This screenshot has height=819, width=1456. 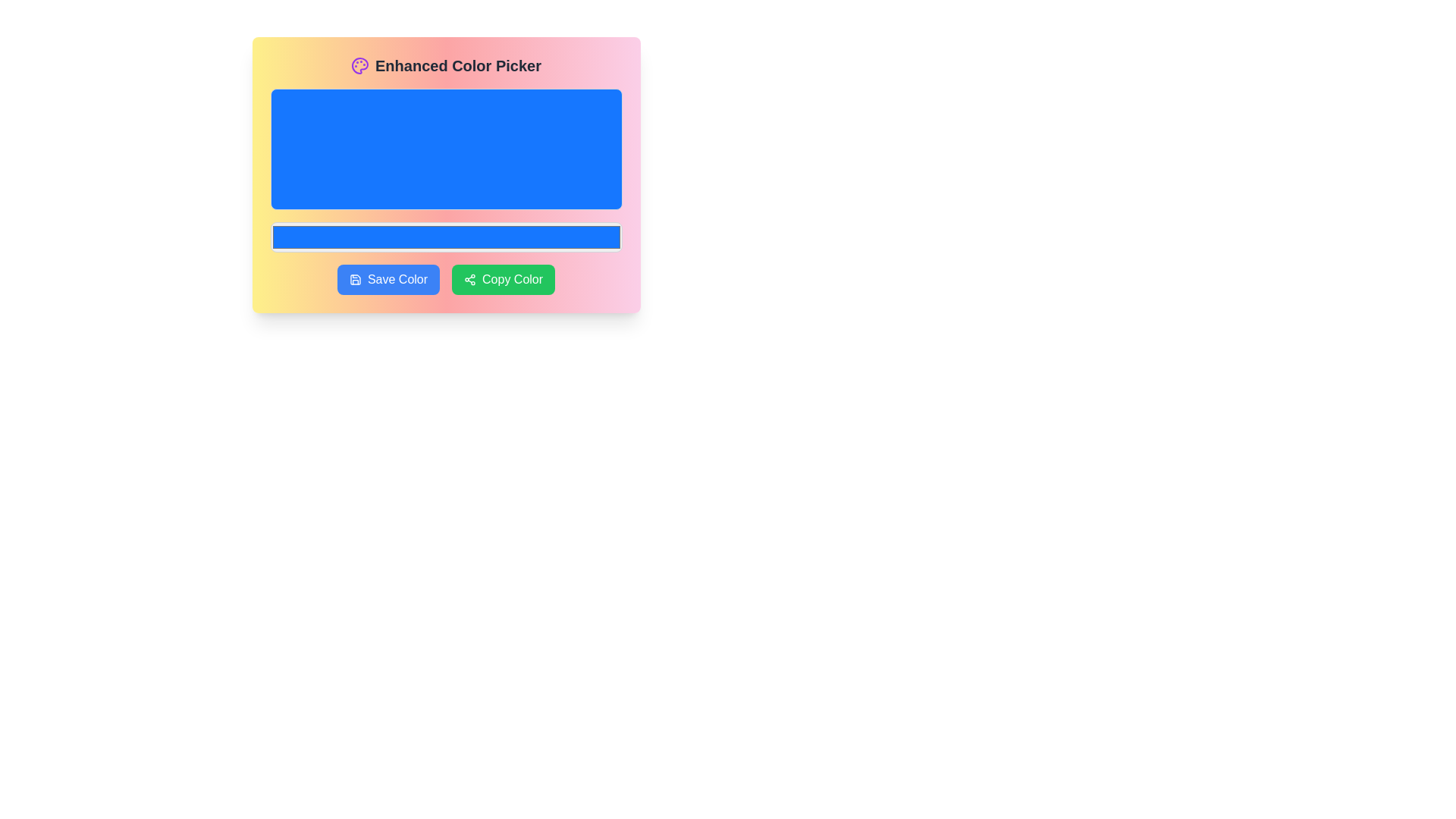 I want to click on the rounded rectangular green button labeled 'Copy Color' located in the bottom-right of the color picker interface for interaction feedback, so click(x=504, y=280).